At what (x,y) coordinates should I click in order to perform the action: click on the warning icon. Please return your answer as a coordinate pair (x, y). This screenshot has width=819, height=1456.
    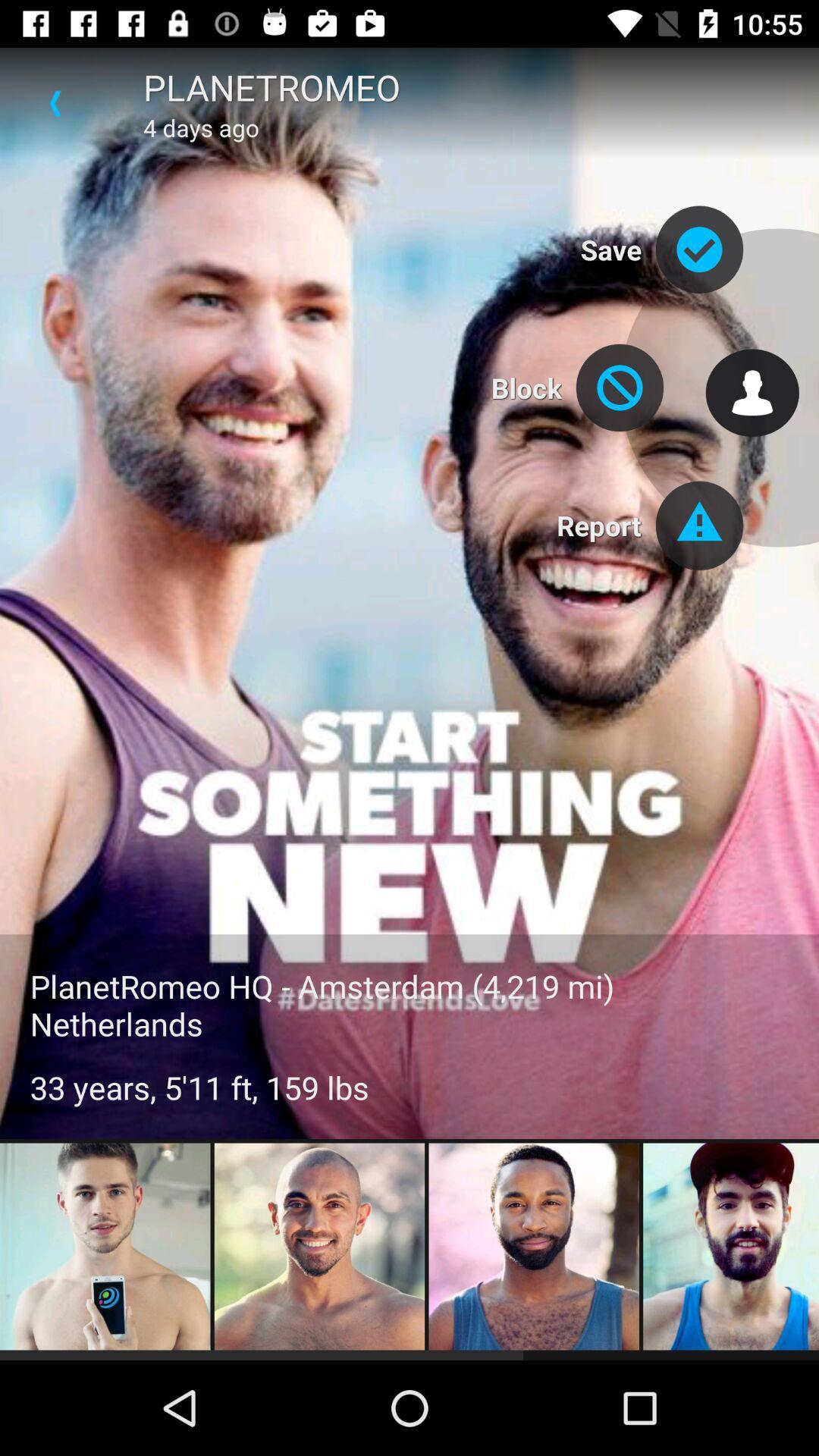
    Looking at the image, I should click on (699, 526).